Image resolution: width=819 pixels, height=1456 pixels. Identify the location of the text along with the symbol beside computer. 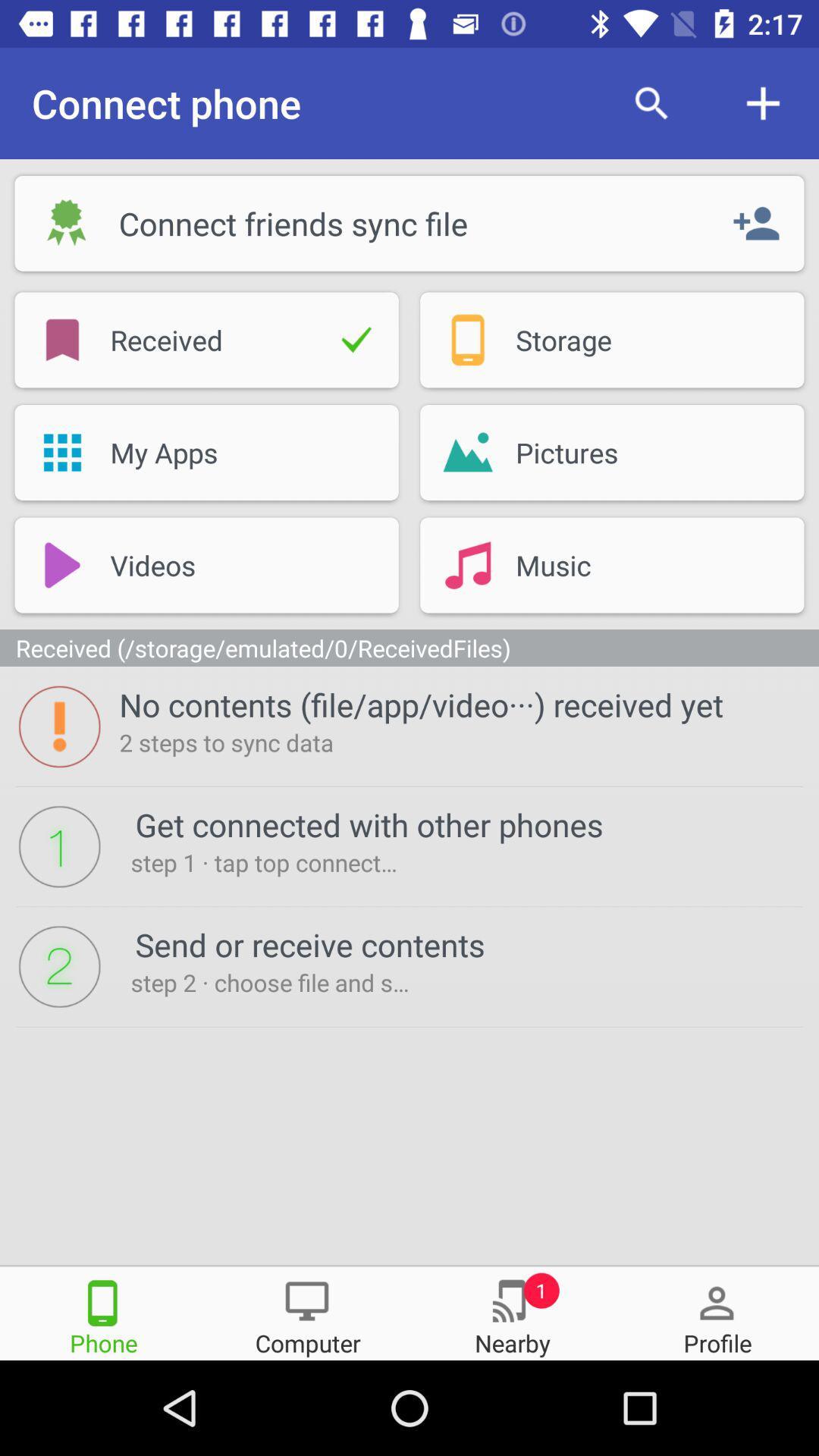
(512, 1312).